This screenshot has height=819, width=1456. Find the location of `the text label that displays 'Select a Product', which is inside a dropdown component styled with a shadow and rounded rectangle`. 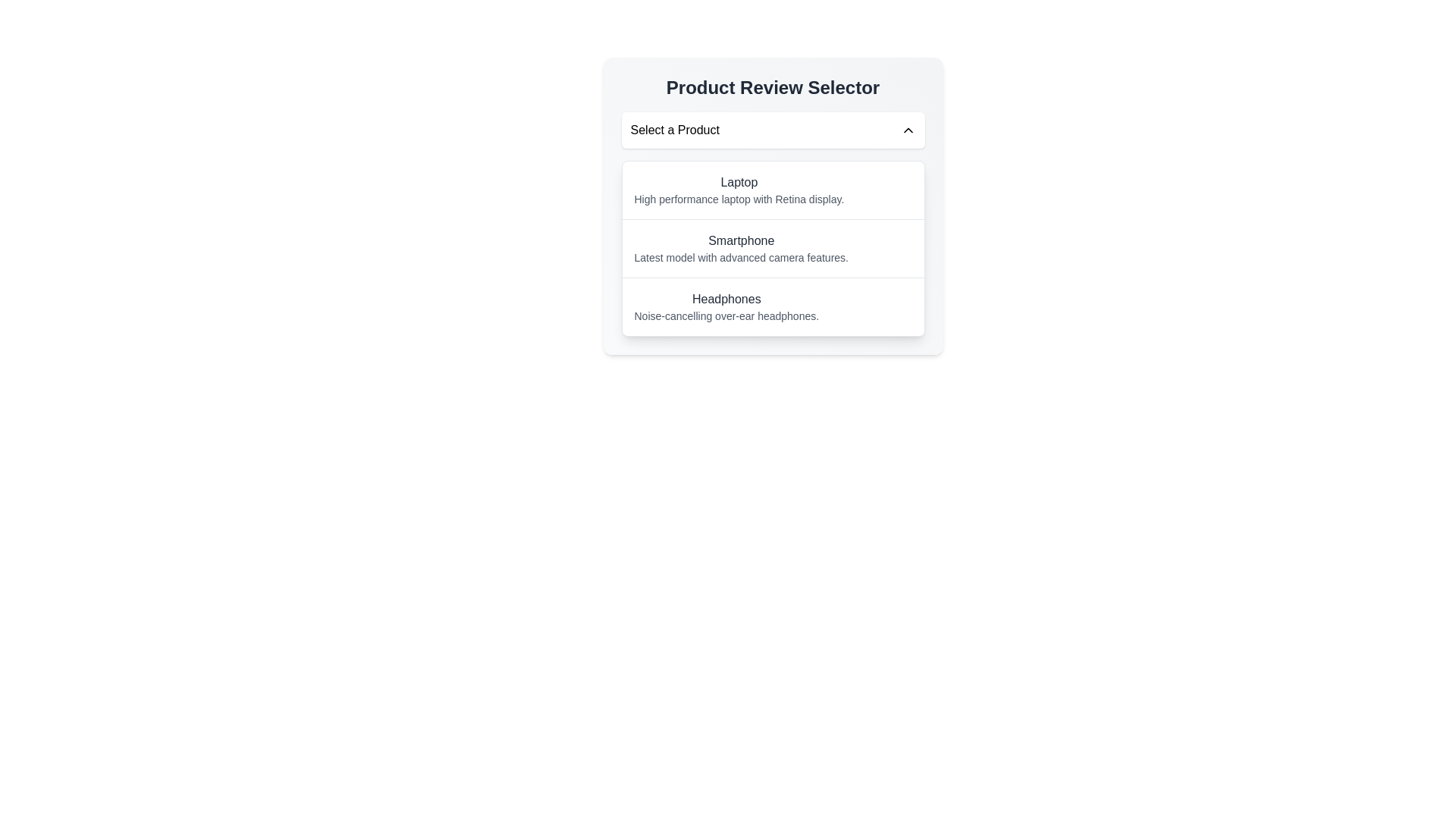

the text label that displays 'Select a Product', which is inside a dropdown component styled with a shadow and rounded rectangle is located at coordinates (674, 130).